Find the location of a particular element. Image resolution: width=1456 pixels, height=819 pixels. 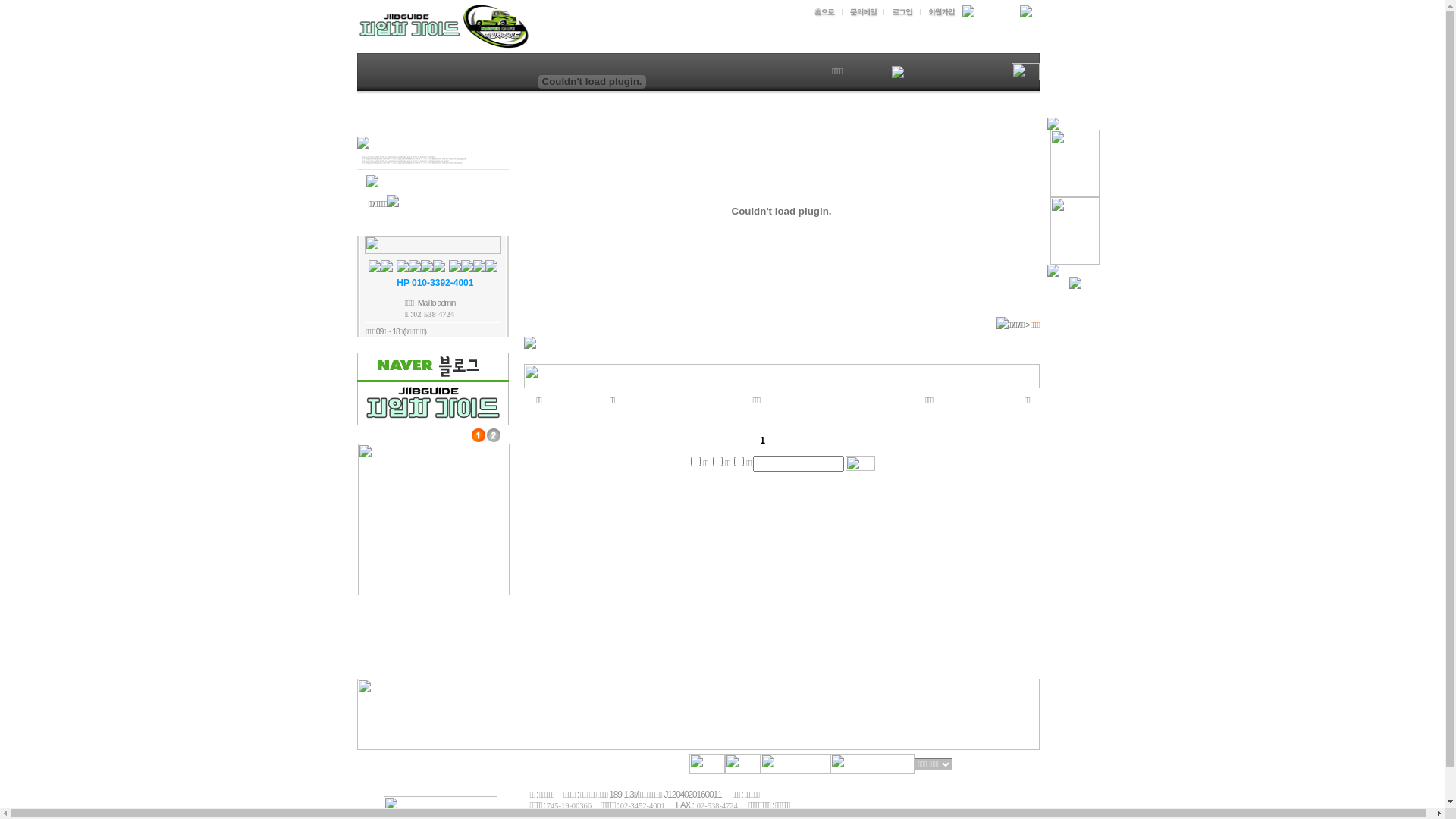

'2' is located at coordinates (712, 460).